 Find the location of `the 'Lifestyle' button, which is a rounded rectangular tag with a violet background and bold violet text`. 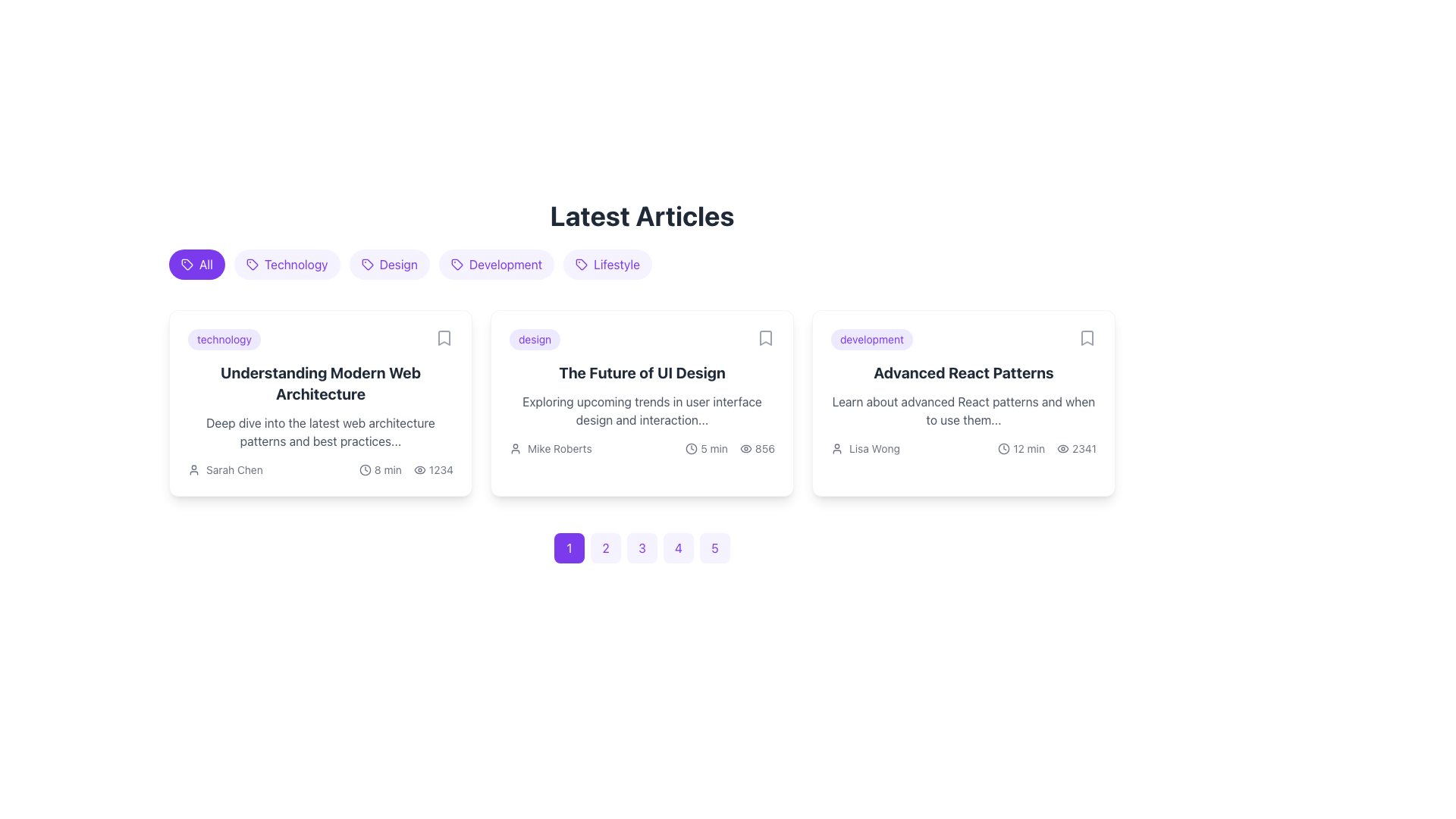

the 'Lifestyle' button, which is a rounded rectangular tag with a violet background and bold violet text is located at coordinates (607, 263).